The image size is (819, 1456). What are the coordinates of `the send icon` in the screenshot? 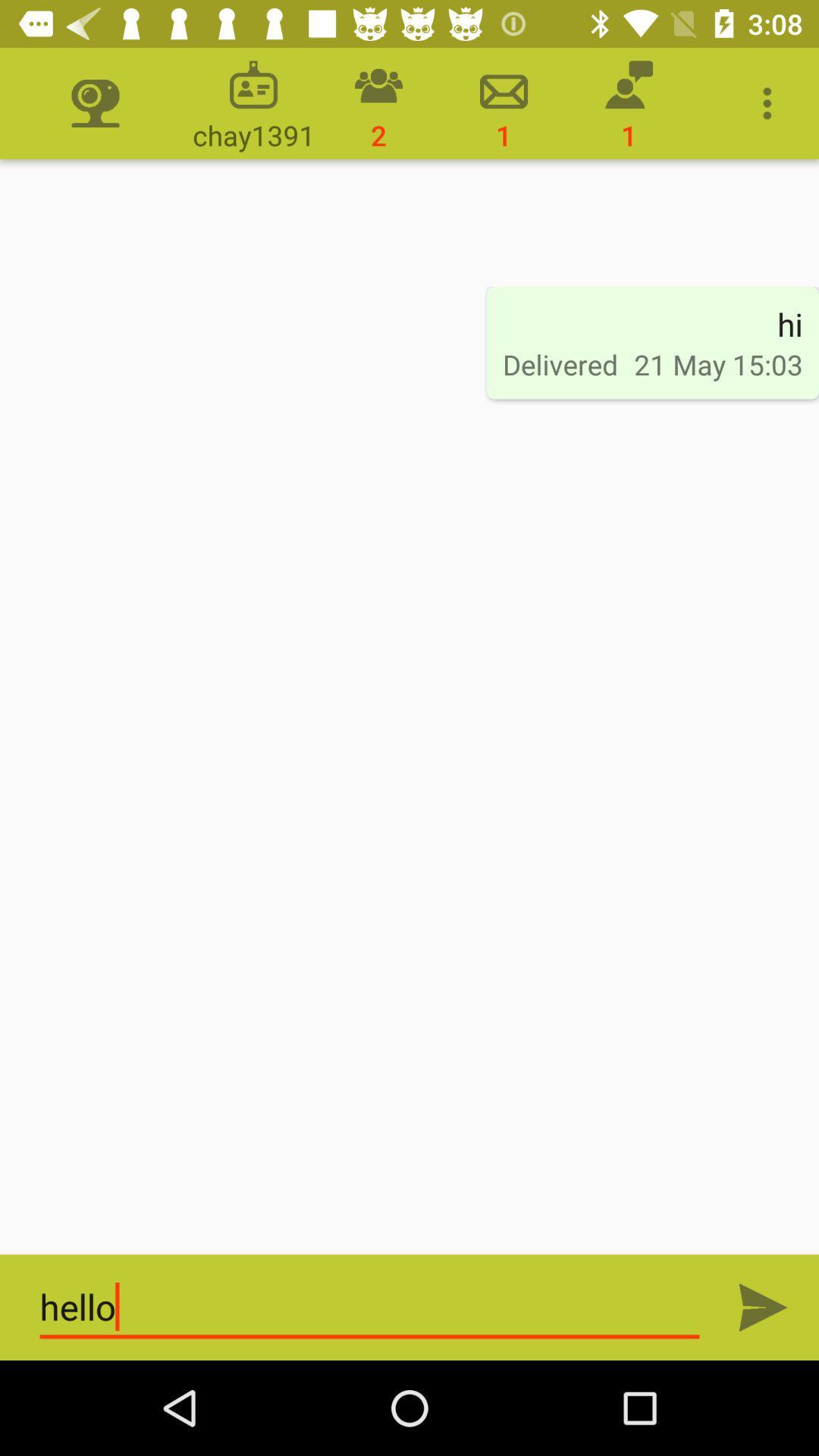 It's located at (763, 1307).